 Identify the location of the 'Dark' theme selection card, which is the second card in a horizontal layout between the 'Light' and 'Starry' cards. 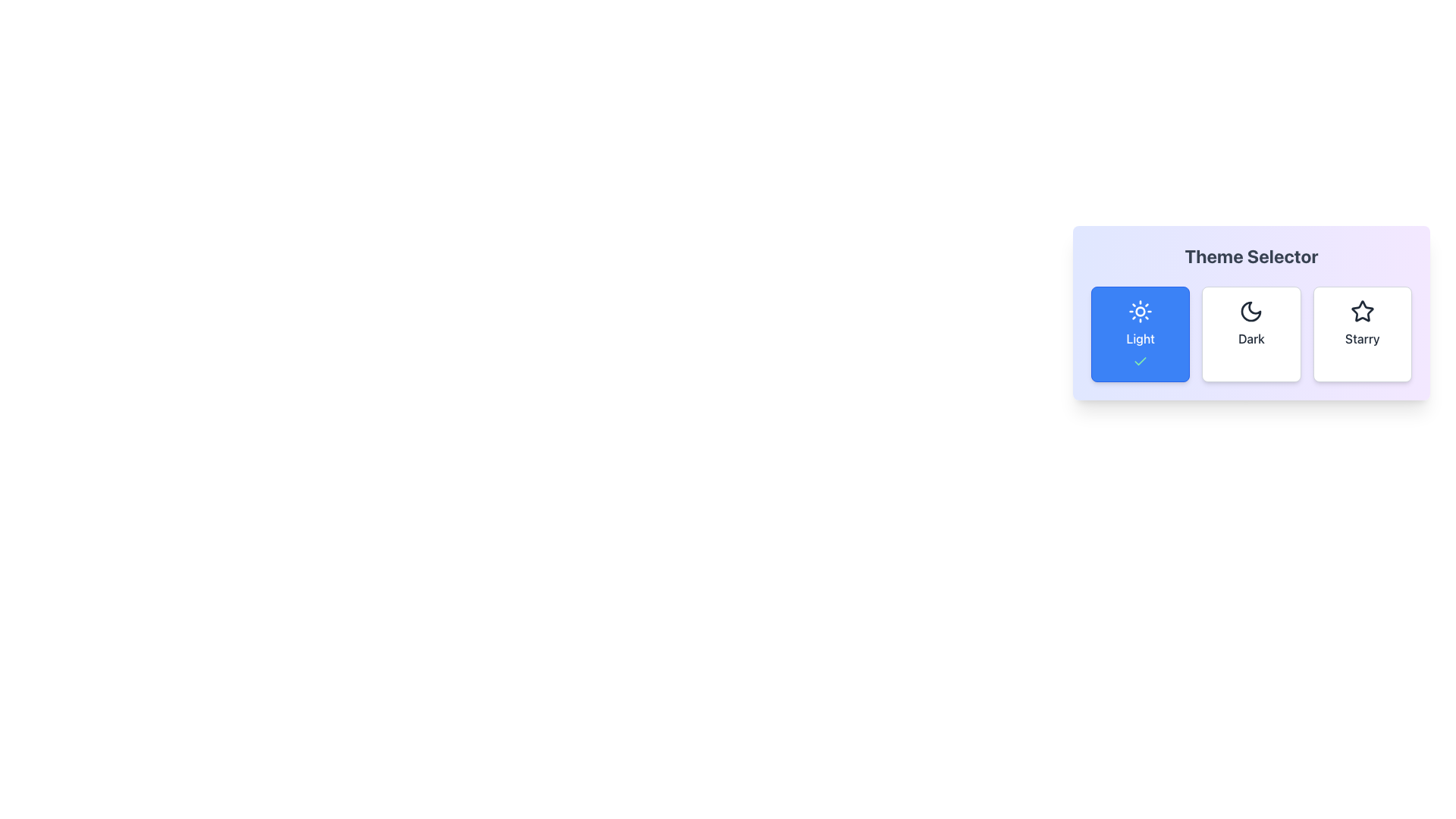
(1251, 333).